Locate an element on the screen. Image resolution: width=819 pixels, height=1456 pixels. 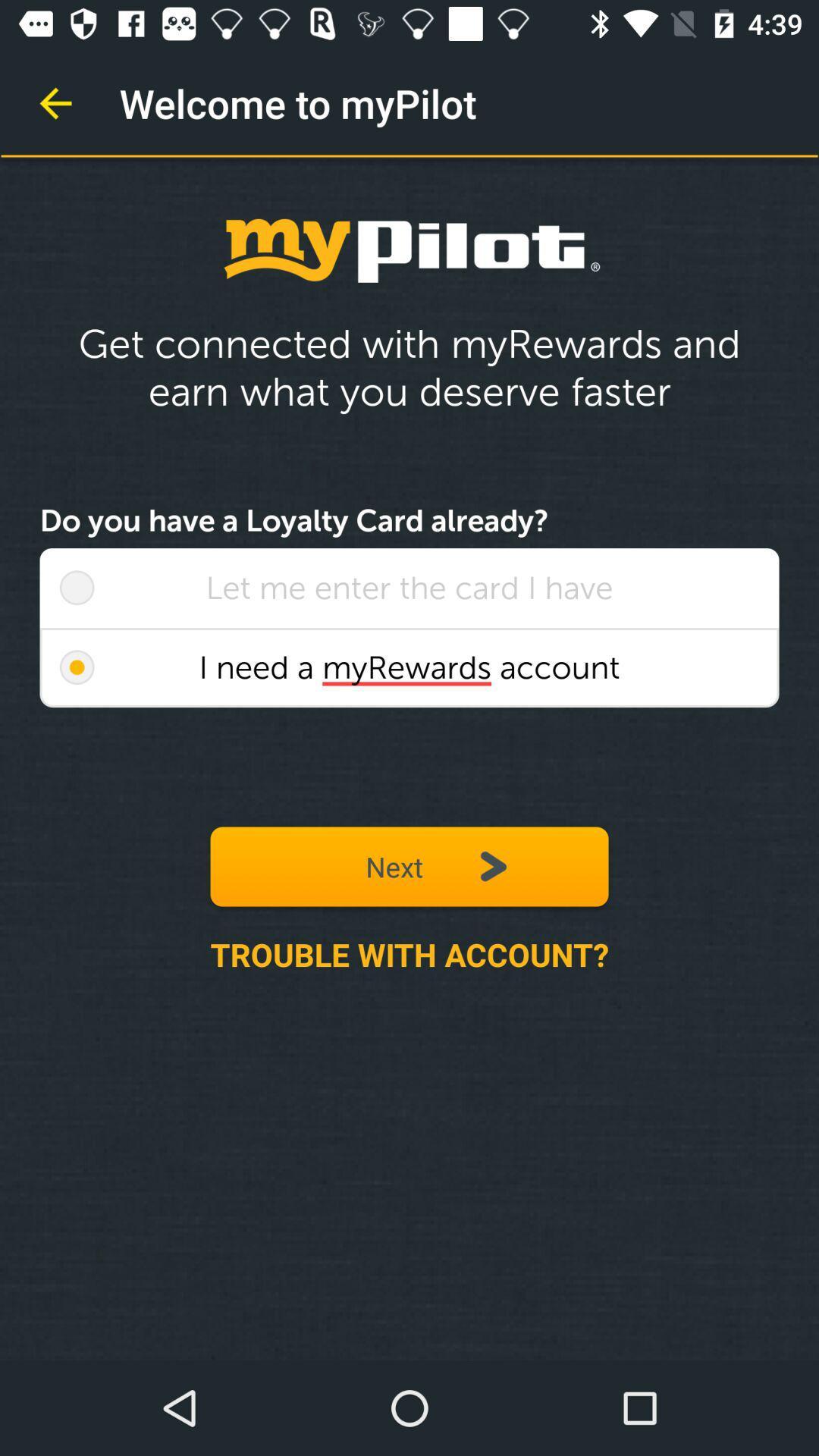
next is located at coordinates (409, 866).